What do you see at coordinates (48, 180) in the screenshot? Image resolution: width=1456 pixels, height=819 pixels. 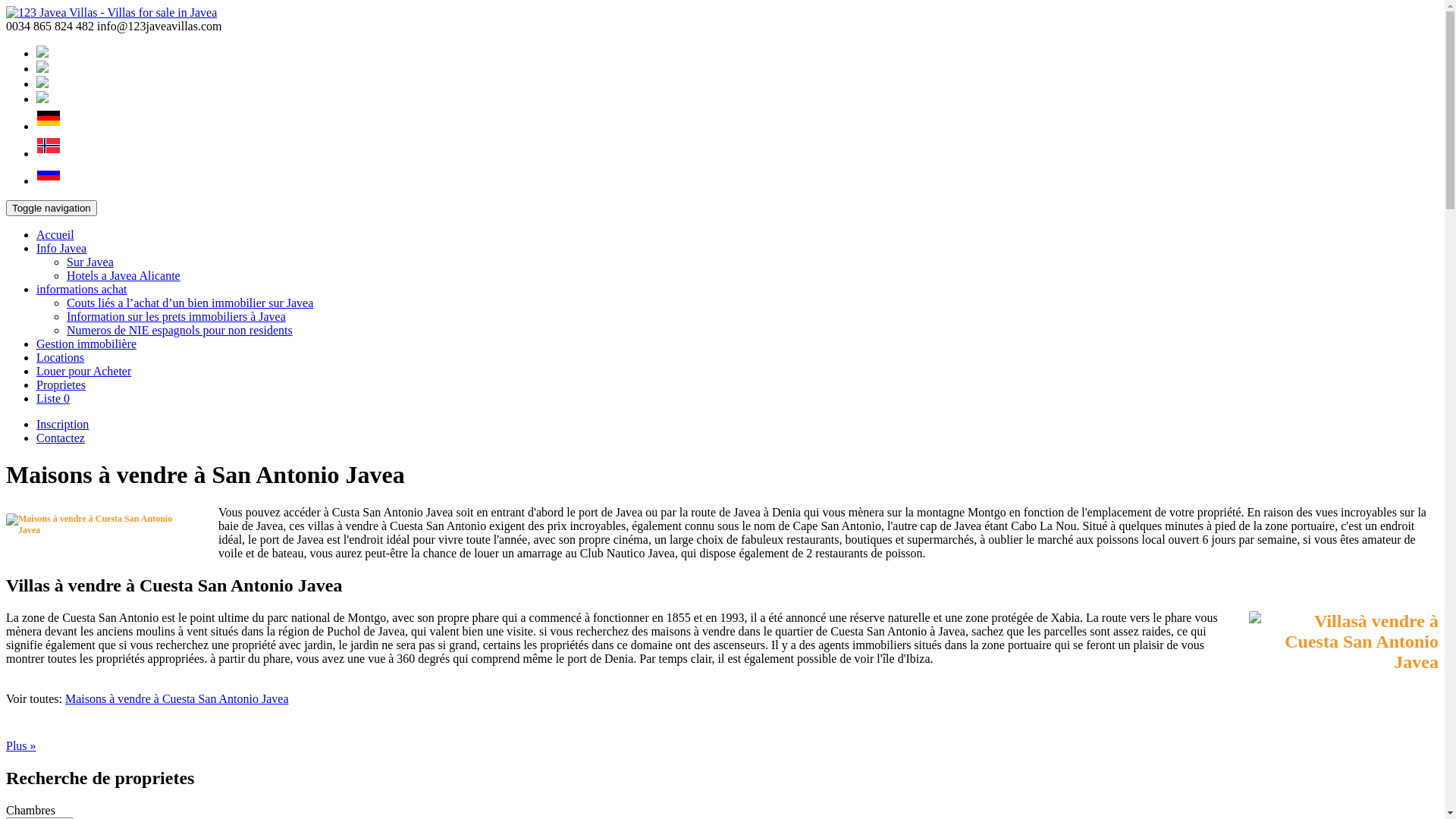 I see `'Russian'` at bounding box center [48, 180].